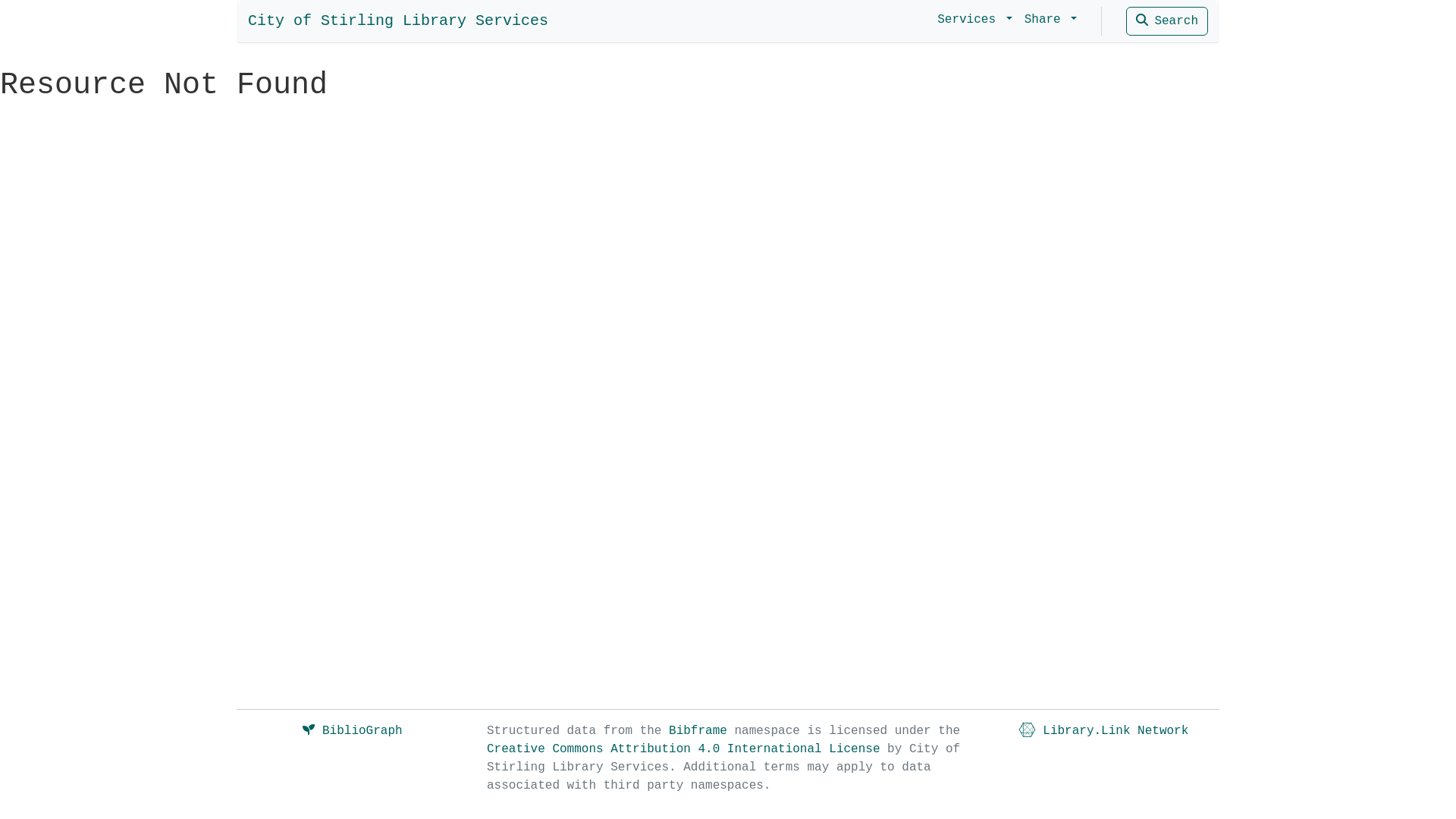  Describe the element at coordinates (1018, 730) in the screenshot. I see `'Library.Link Network'` at that location.